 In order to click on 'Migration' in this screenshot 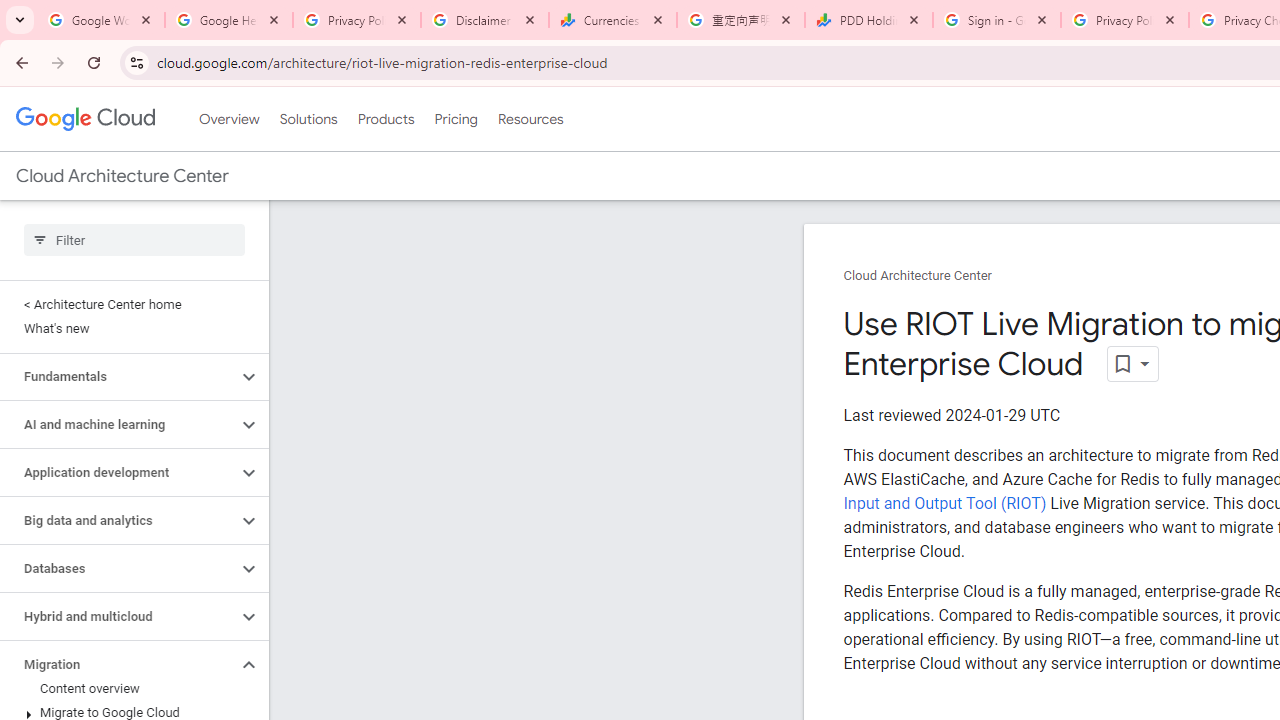, I will do `click(117, 664)`.